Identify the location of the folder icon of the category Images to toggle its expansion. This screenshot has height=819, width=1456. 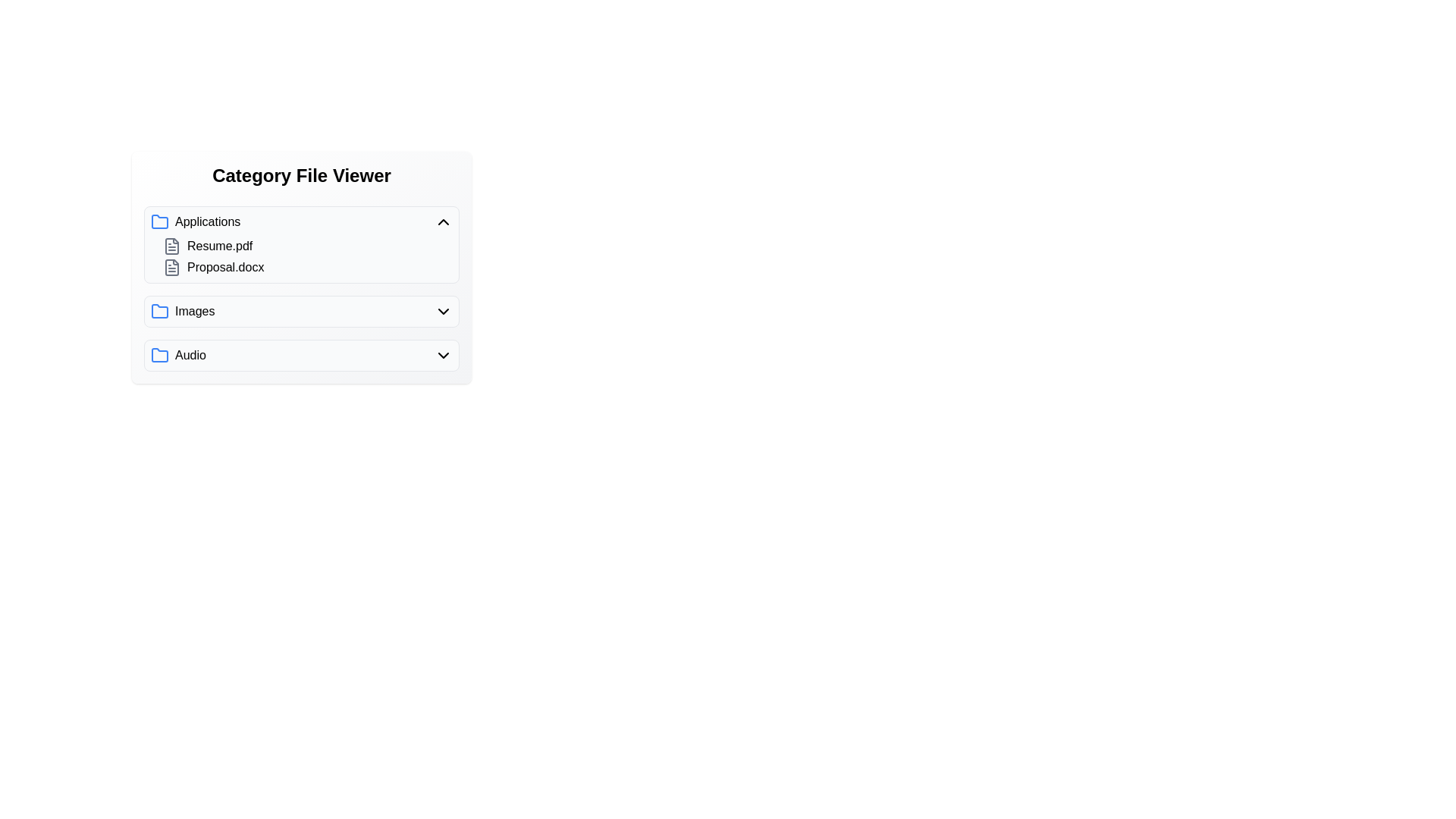
(160, 311).